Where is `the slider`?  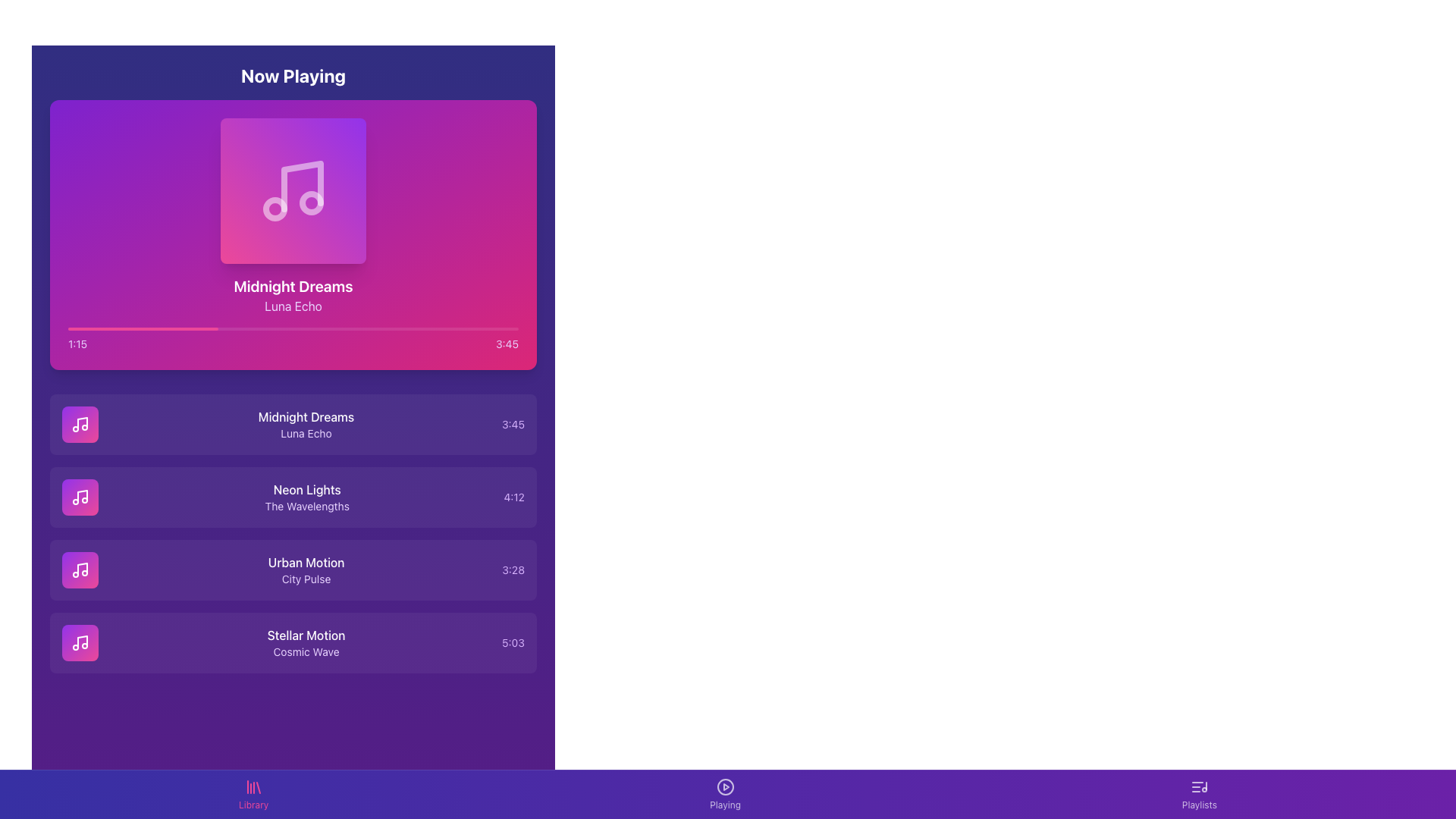 the slider is located at coordinates (207, 328).